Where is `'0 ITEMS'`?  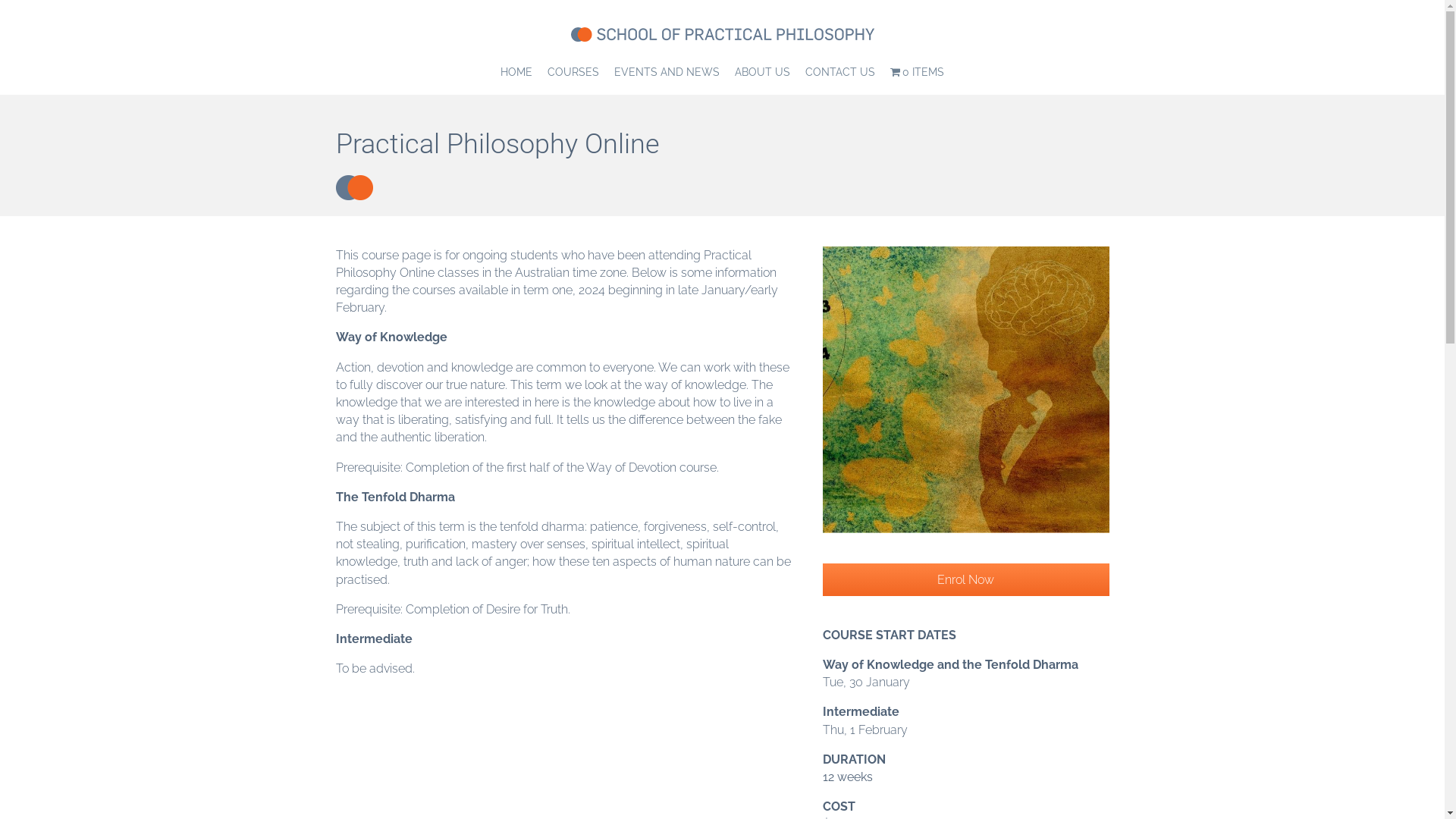
'0 ITEMS' is located at coordinates (916, 72).